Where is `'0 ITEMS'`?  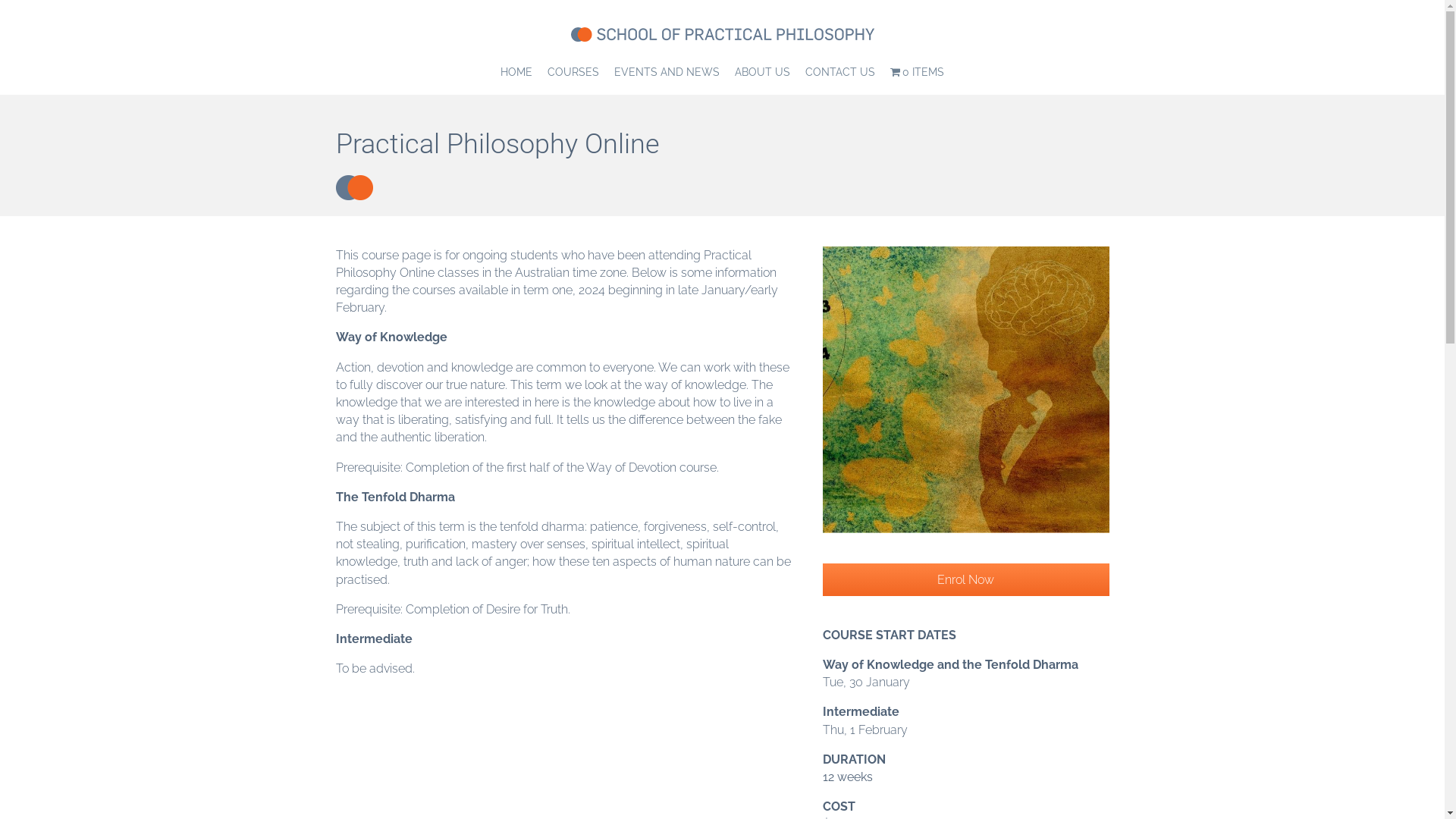
'0 ITEMS' is located at coordinates (916, 72).